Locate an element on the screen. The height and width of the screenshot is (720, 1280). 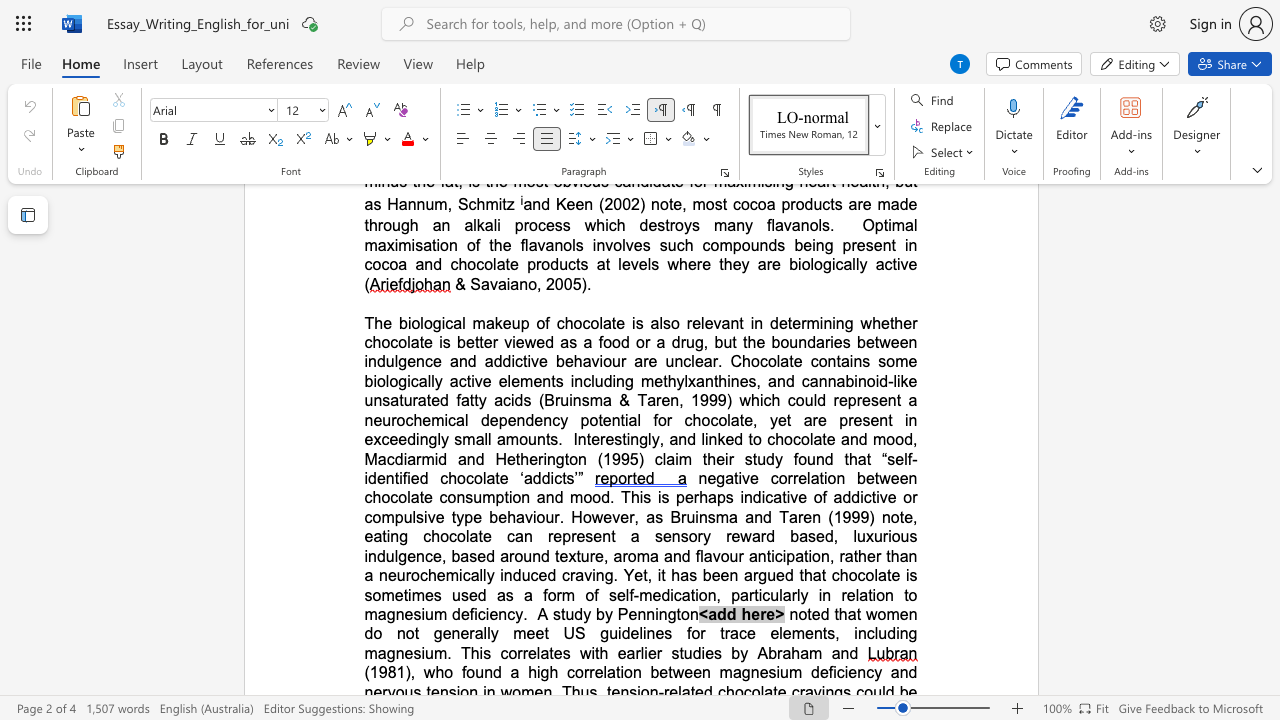
the space between the continuous character "r" and "h" in the text is located at coordinates (700, 496).